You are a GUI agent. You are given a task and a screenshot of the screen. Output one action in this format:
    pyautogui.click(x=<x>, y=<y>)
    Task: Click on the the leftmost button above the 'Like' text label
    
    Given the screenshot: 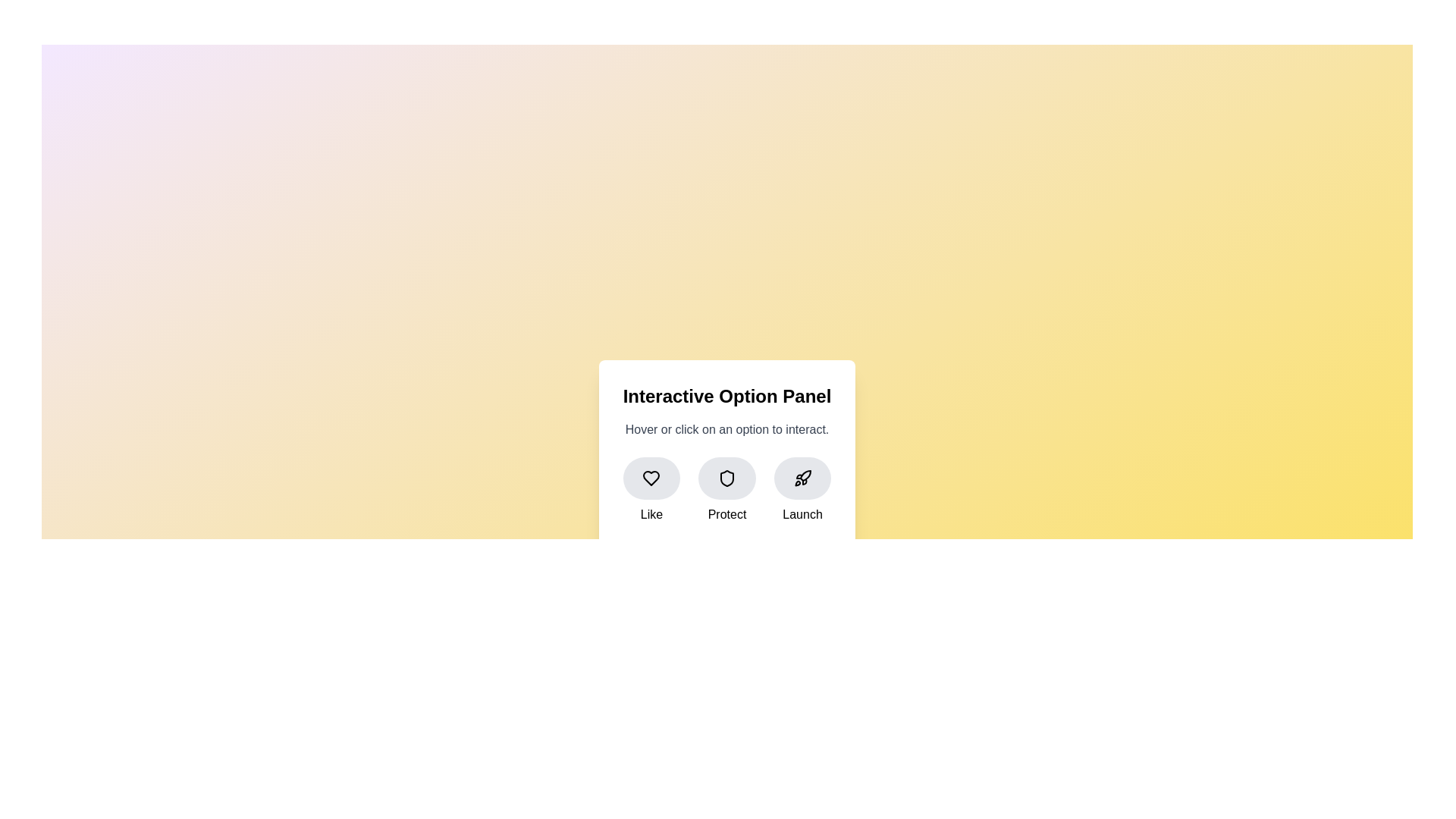 What is the action you would take?
    pyautogui.click(x=651, y=479)
    